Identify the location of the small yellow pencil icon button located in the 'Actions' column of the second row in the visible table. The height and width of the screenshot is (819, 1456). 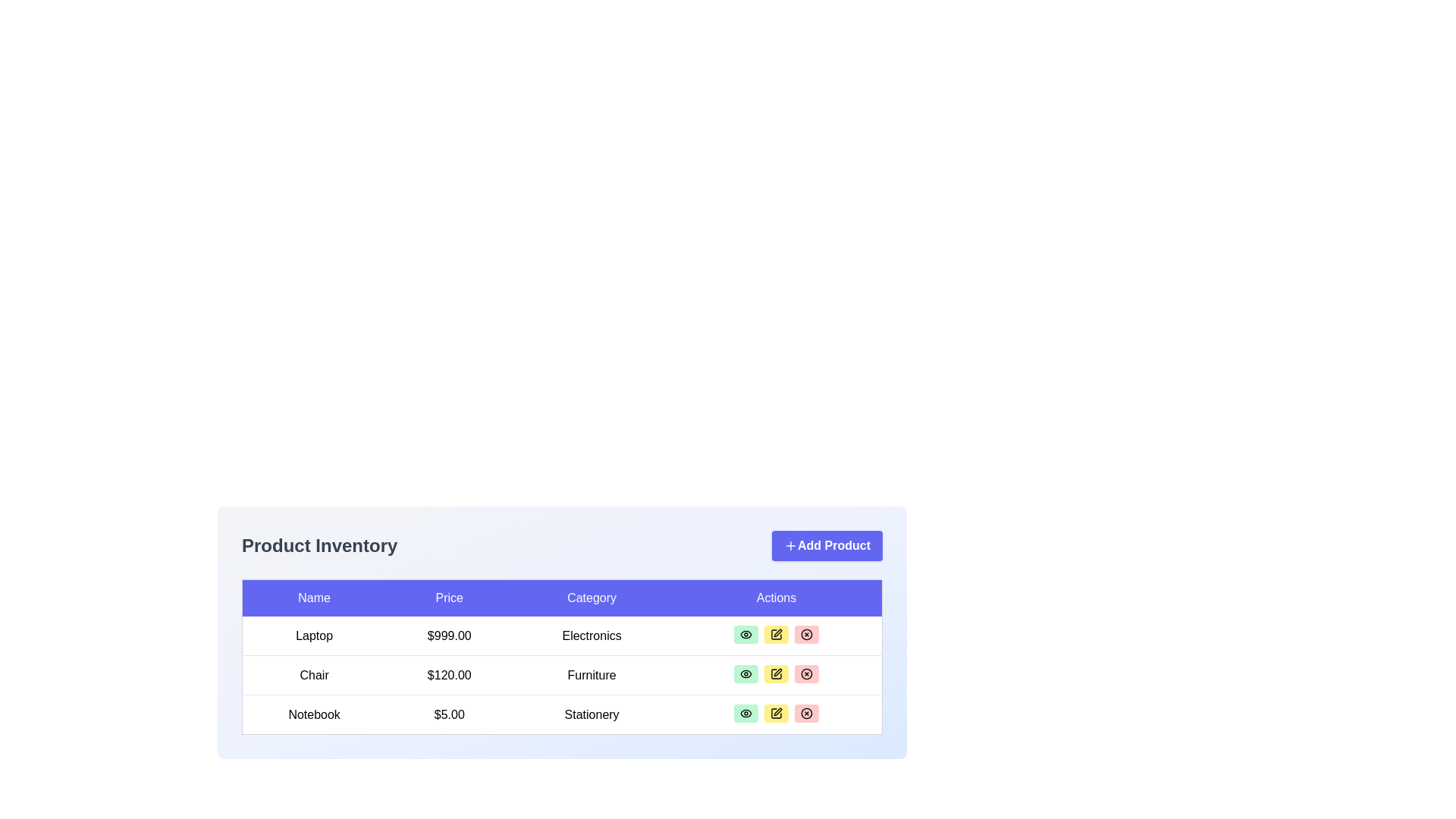
(776, 673).